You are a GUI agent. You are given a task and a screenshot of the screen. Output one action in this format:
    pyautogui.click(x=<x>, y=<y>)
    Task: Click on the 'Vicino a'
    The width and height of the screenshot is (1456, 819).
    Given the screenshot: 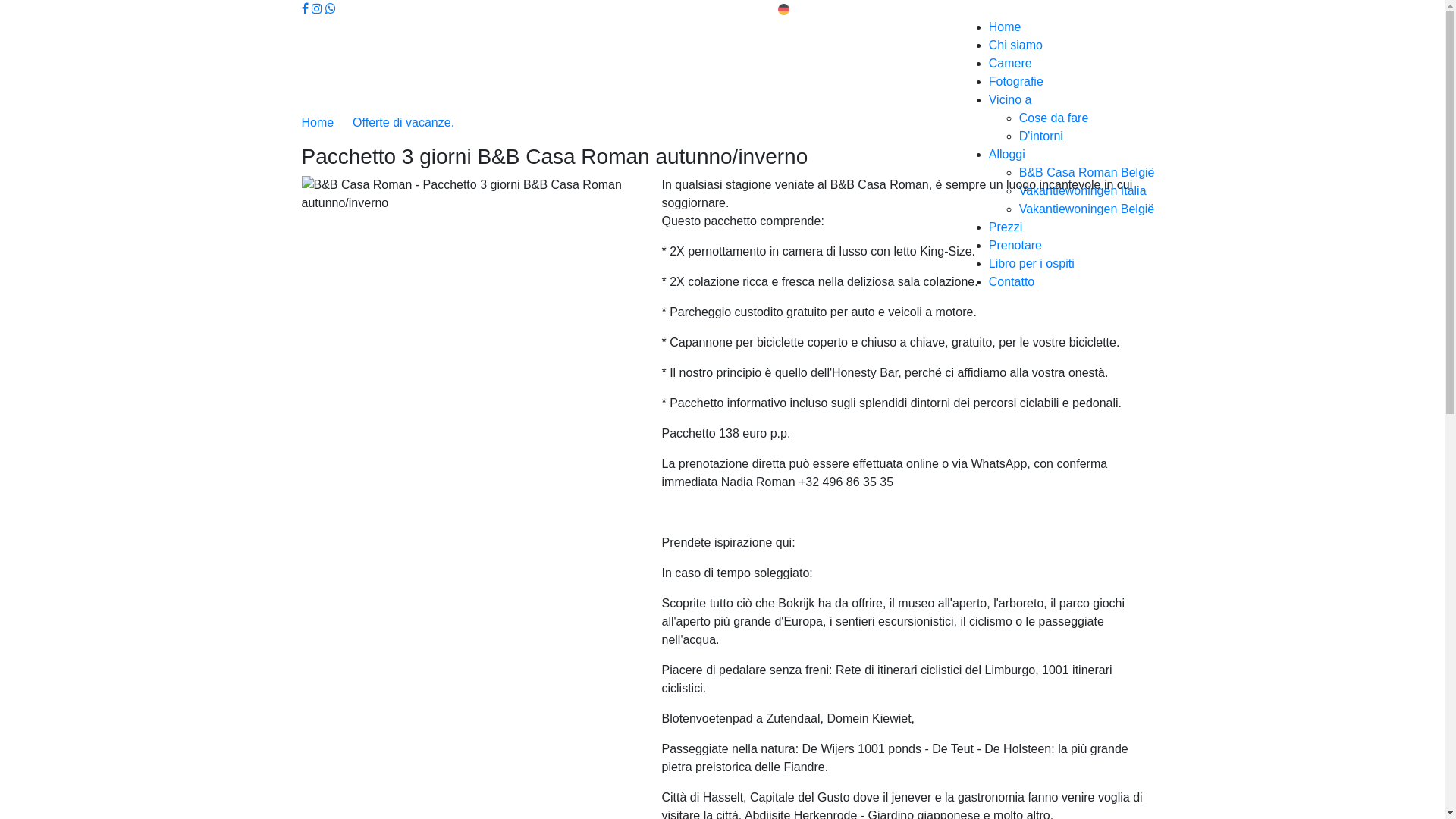 What is the action you would take?
    pyautogui.click(x=1010, y=99)
    